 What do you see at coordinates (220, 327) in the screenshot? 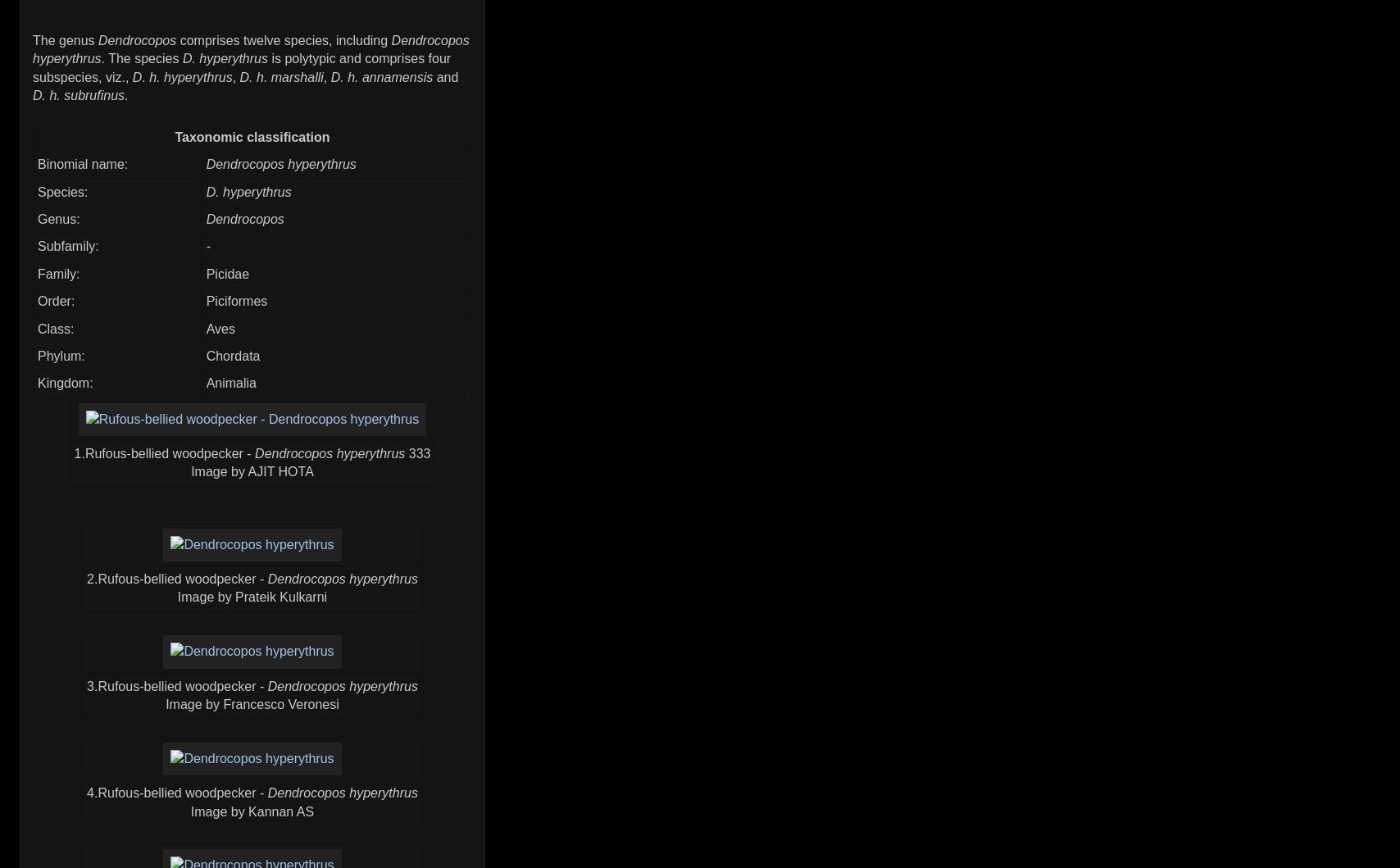
I see `'Aves'` at bounding box center [220, 327].